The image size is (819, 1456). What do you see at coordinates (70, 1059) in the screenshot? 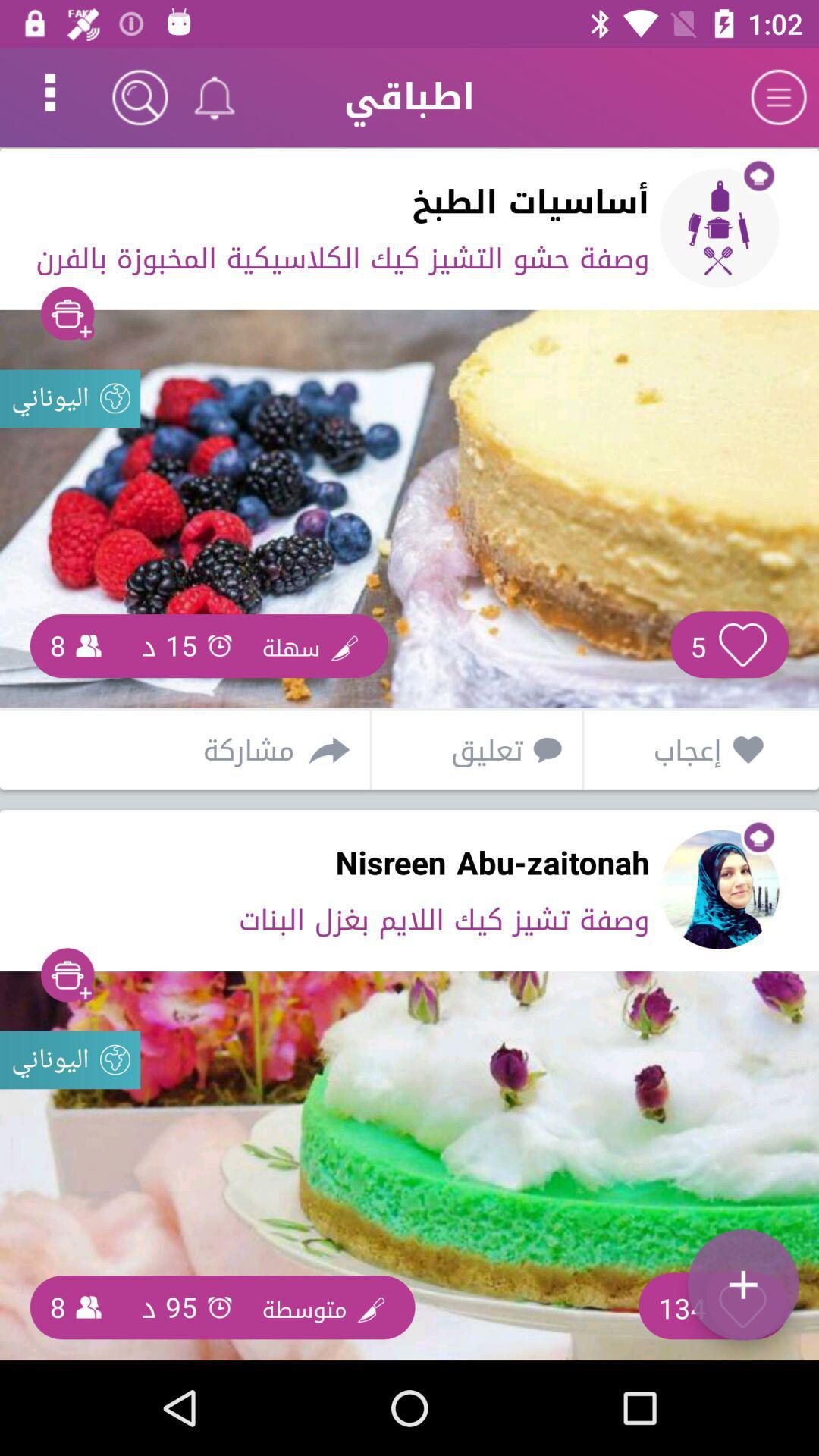
I see `the item above 8 item` at bounding box center [70, 1059].